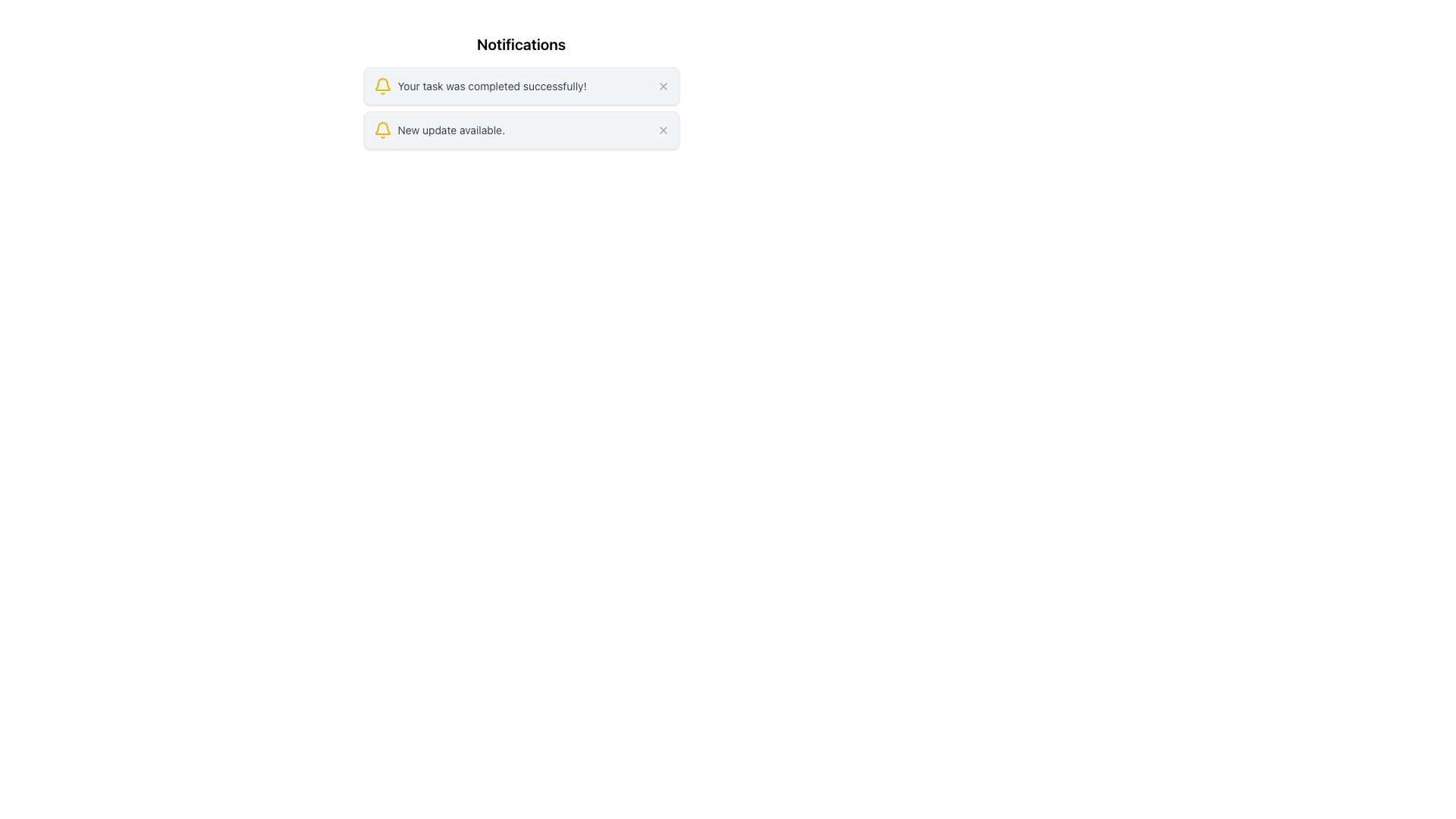 The width and height of the screenshot is (1456, 819). Describe the element at coordinates (382, 130) in the screenshot. I see `the notification icon indicating the status of the 'New update available' notification item` at that location.